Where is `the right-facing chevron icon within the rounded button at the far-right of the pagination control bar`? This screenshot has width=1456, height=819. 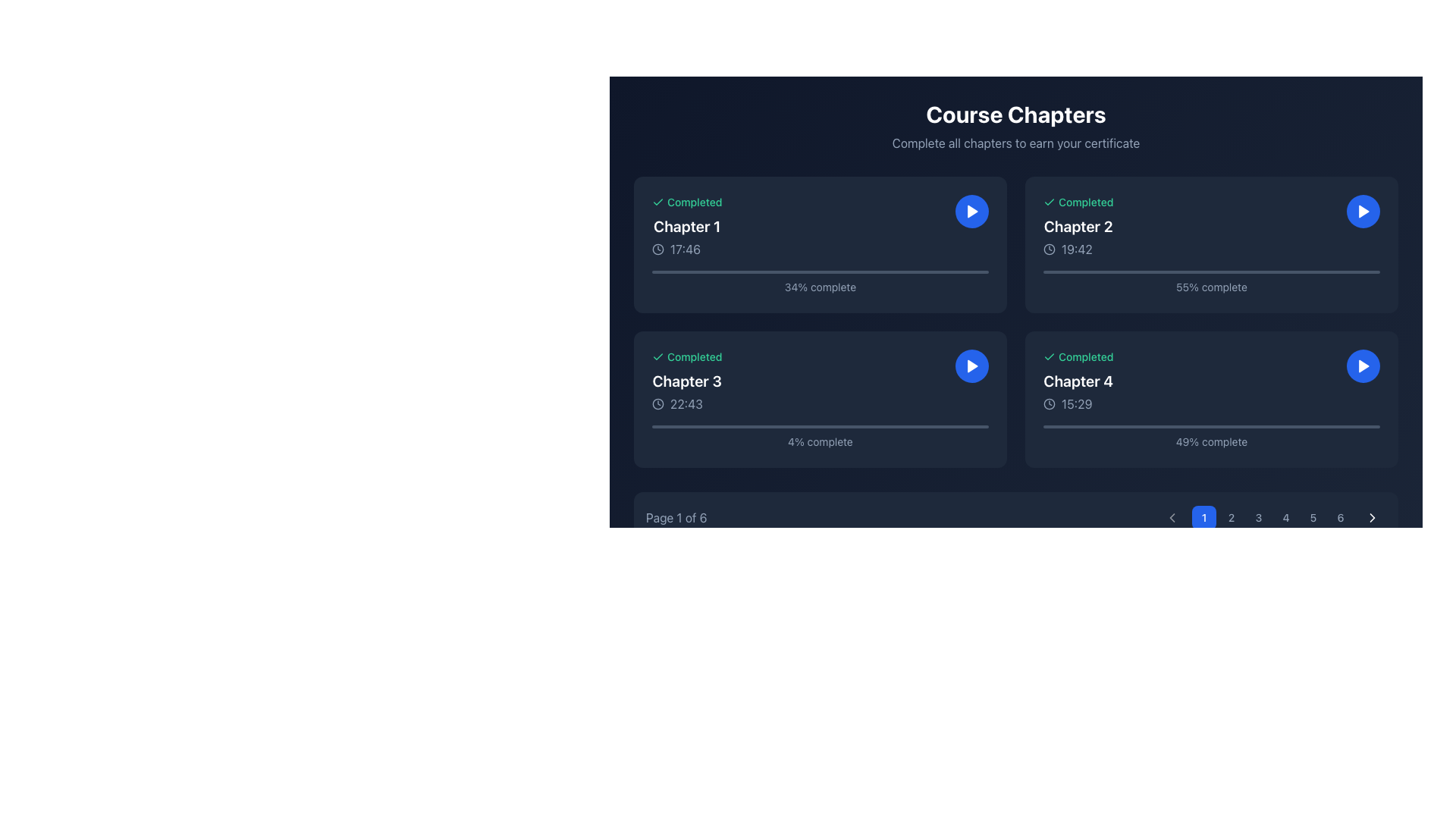
the right-facing chevron icon within the rounded button at the far-right of the pagination control bar is located at coordinates (1372, 516).